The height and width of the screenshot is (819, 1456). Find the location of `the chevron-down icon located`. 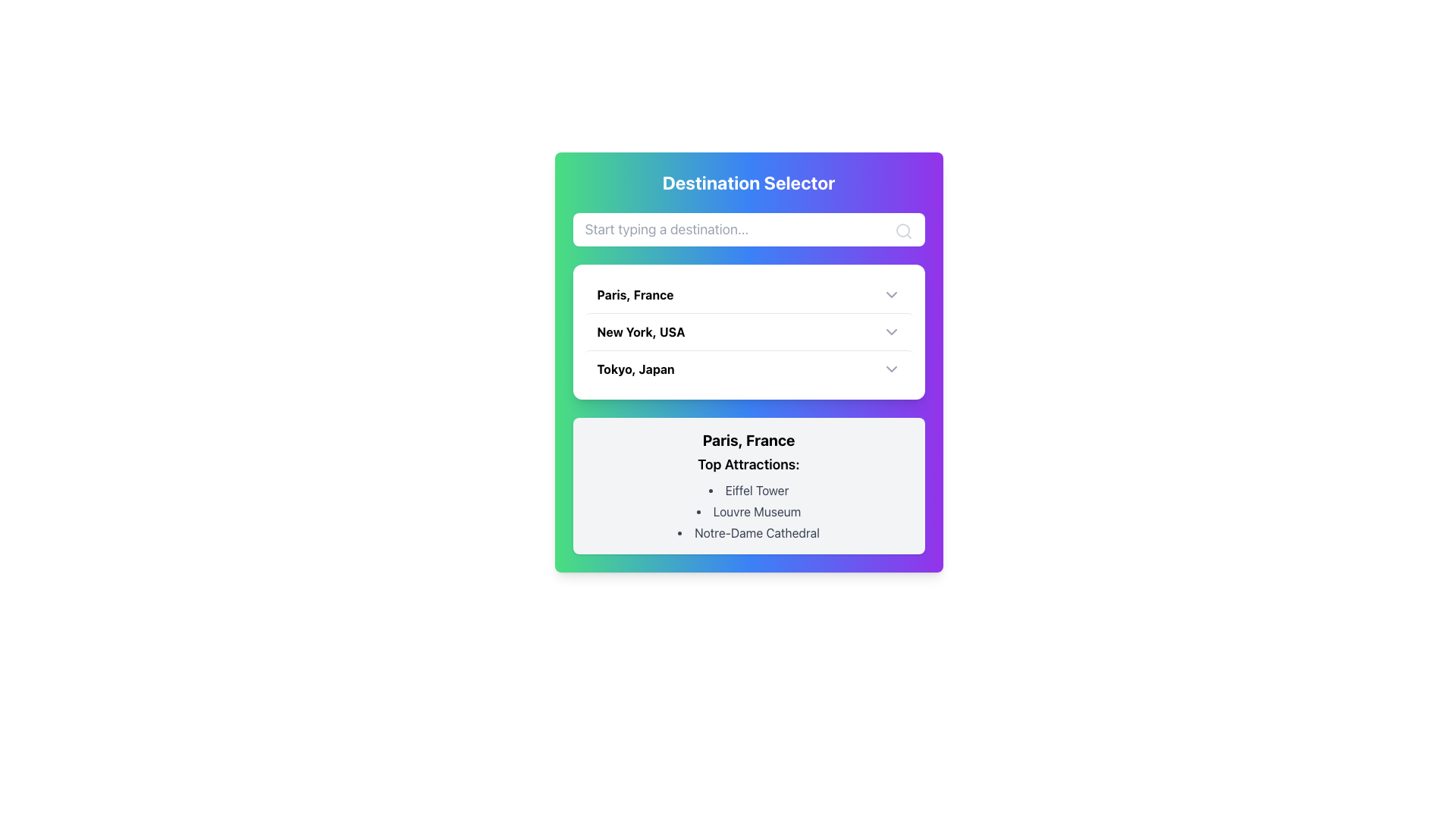

the chevron-down icon located is located at coordinates (891, 331).